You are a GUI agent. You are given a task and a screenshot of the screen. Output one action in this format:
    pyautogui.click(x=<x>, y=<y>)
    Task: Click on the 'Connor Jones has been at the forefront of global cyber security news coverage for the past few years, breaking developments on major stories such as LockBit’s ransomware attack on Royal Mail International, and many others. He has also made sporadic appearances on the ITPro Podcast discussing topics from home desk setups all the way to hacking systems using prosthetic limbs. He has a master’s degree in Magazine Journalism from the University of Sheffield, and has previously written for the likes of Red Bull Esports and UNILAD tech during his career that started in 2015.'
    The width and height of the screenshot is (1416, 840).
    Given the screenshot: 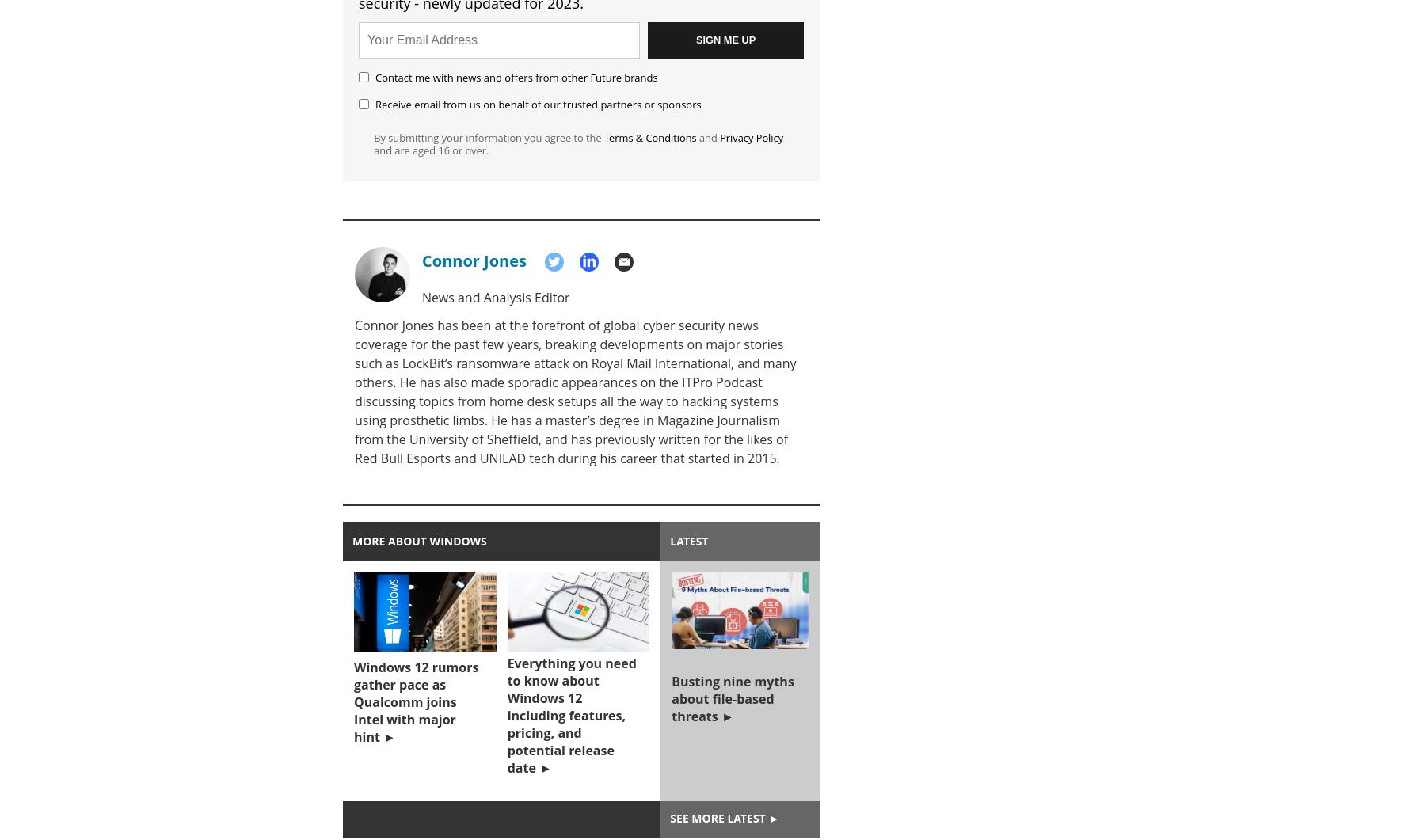 What is the action you would take?
    pyautogui.click(x=574, y=391)
    